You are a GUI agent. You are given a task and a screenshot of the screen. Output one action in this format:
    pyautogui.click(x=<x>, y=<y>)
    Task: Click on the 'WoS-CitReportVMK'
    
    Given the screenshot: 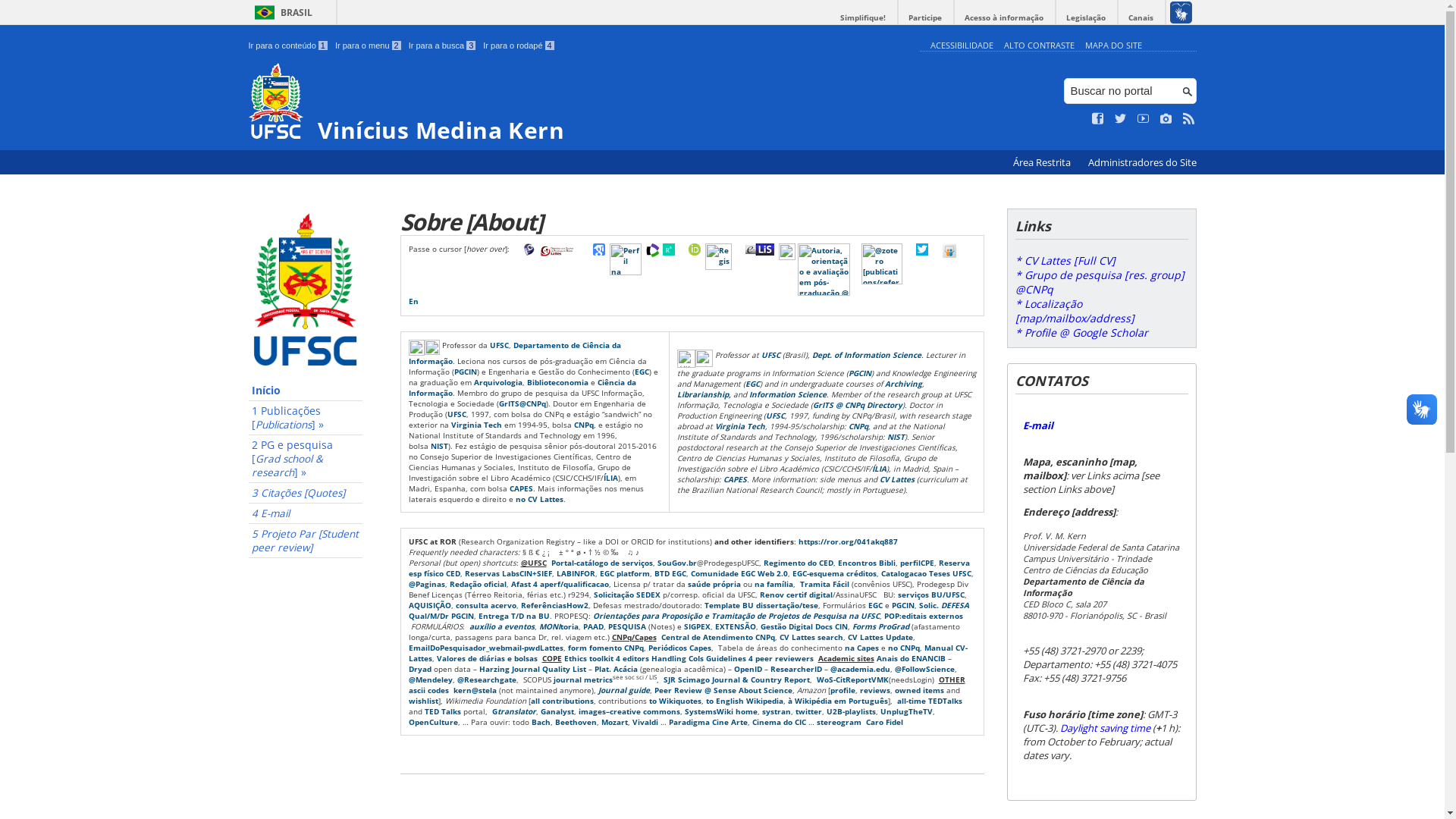 What is the action you would take?
    pyautogui.click(x=852, y=678)
    